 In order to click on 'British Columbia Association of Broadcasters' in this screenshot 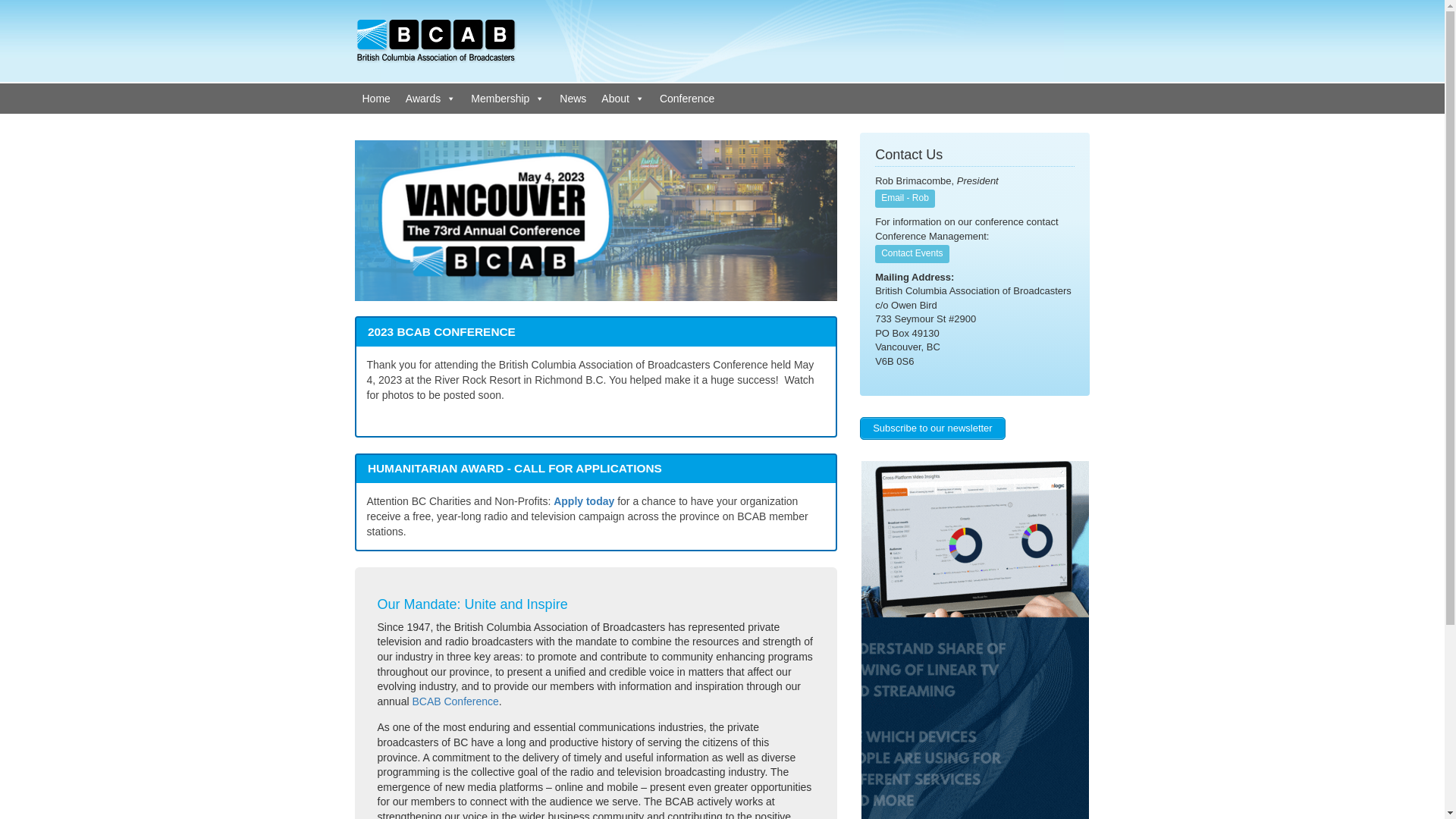, I will do `click(435, 39)`.